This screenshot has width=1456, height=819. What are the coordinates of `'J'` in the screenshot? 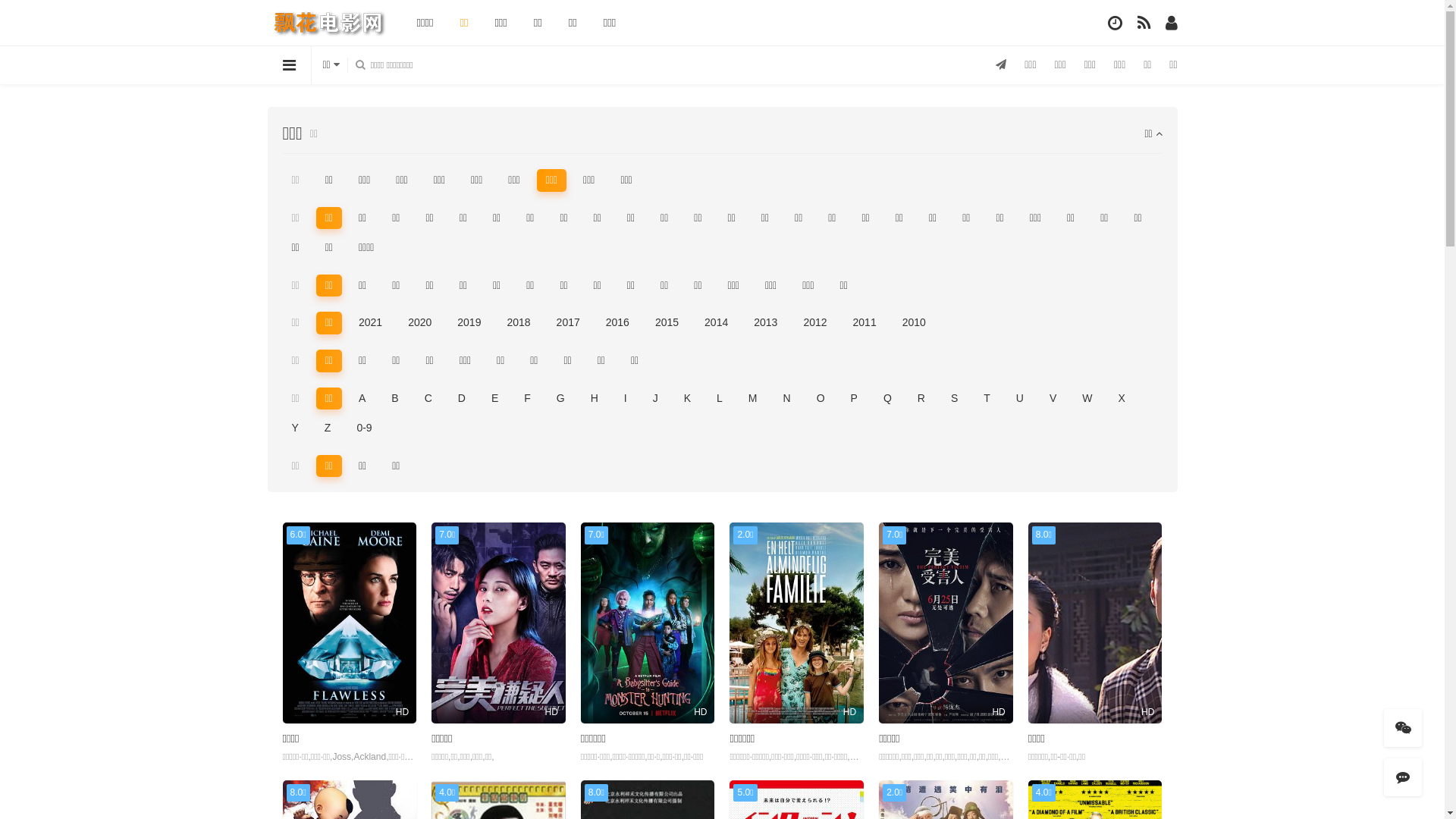 It's located at (655, 397).